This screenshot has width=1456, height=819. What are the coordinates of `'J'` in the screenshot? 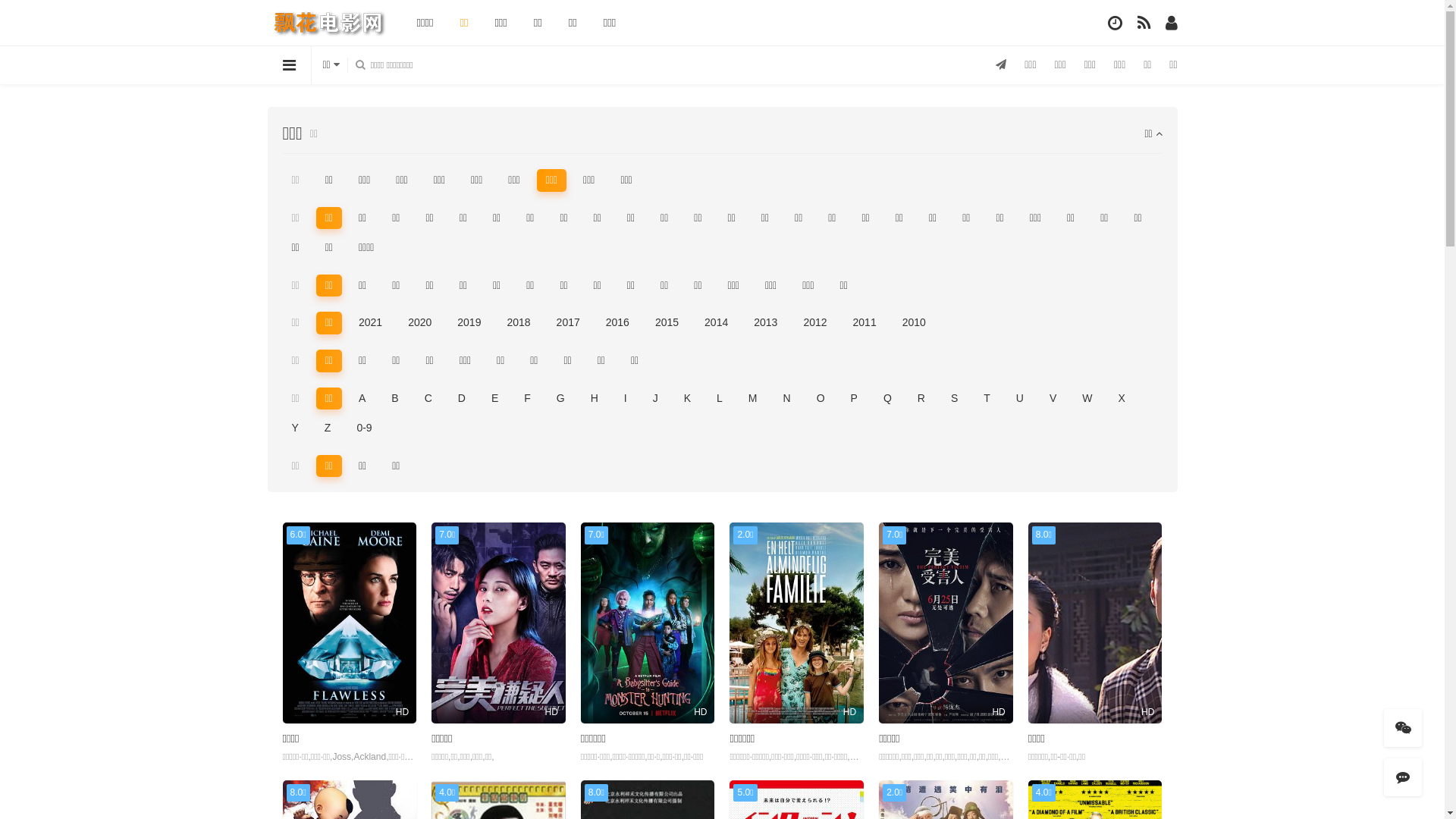 It's located at (655, 397).